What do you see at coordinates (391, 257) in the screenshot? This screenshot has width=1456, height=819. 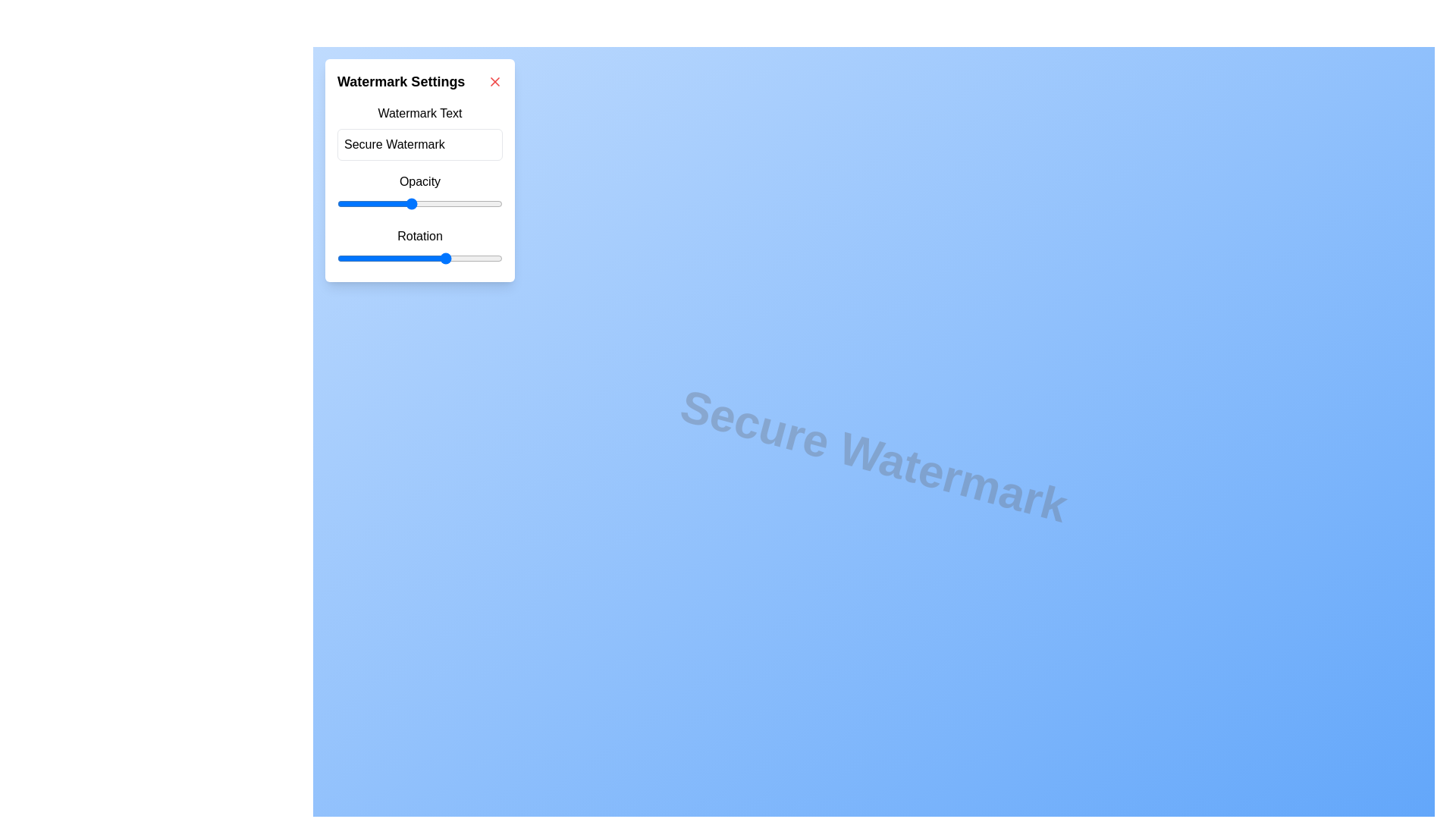 I see `the rotation` at bounding box center [391, 257].